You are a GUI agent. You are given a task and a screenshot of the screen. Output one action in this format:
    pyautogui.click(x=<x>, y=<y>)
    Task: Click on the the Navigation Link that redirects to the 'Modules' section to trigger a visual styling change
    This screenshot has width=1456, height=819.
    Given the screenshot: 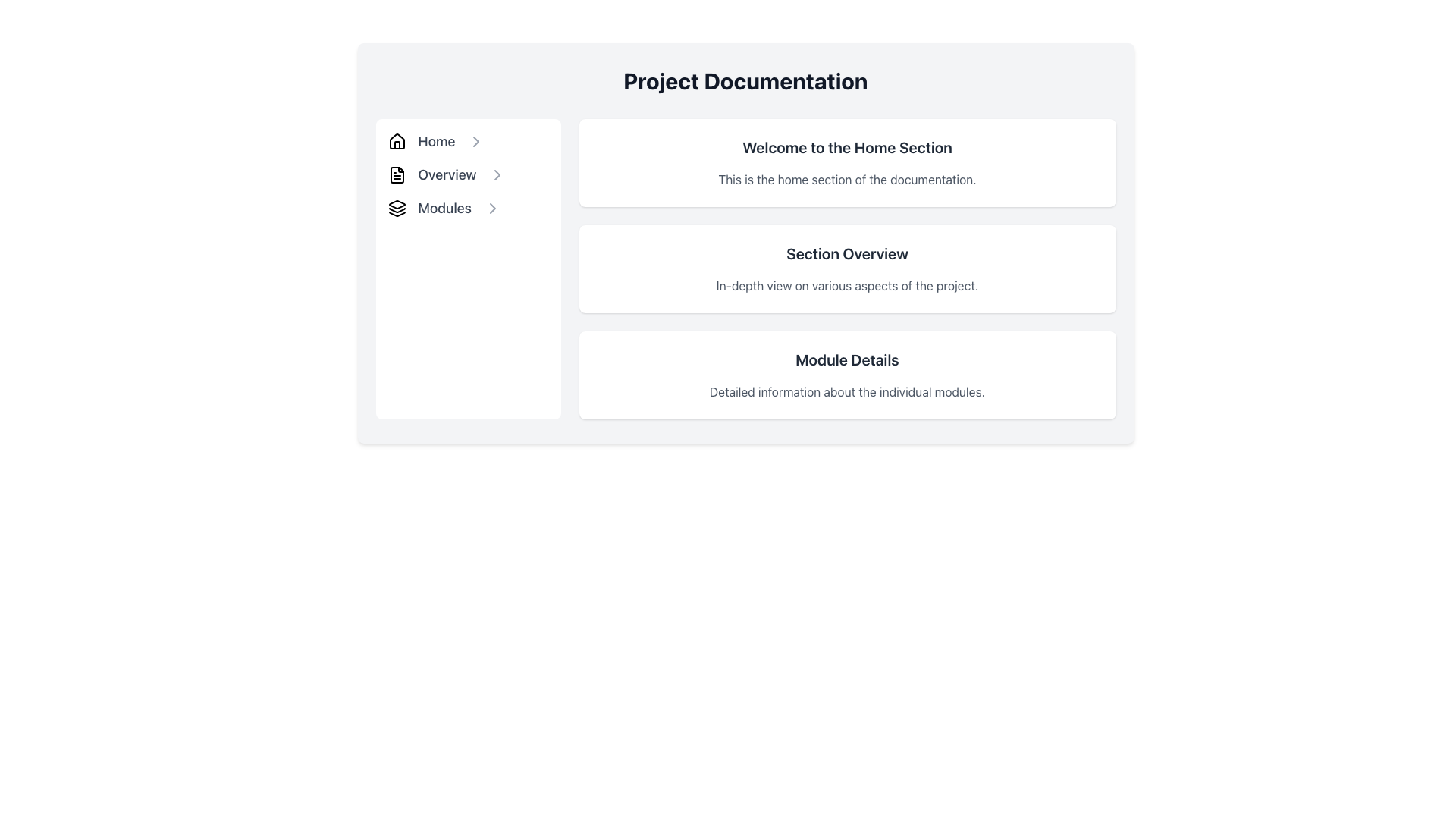 What is the action you would take?
    pyautogui.click(x=467, y=208)
    